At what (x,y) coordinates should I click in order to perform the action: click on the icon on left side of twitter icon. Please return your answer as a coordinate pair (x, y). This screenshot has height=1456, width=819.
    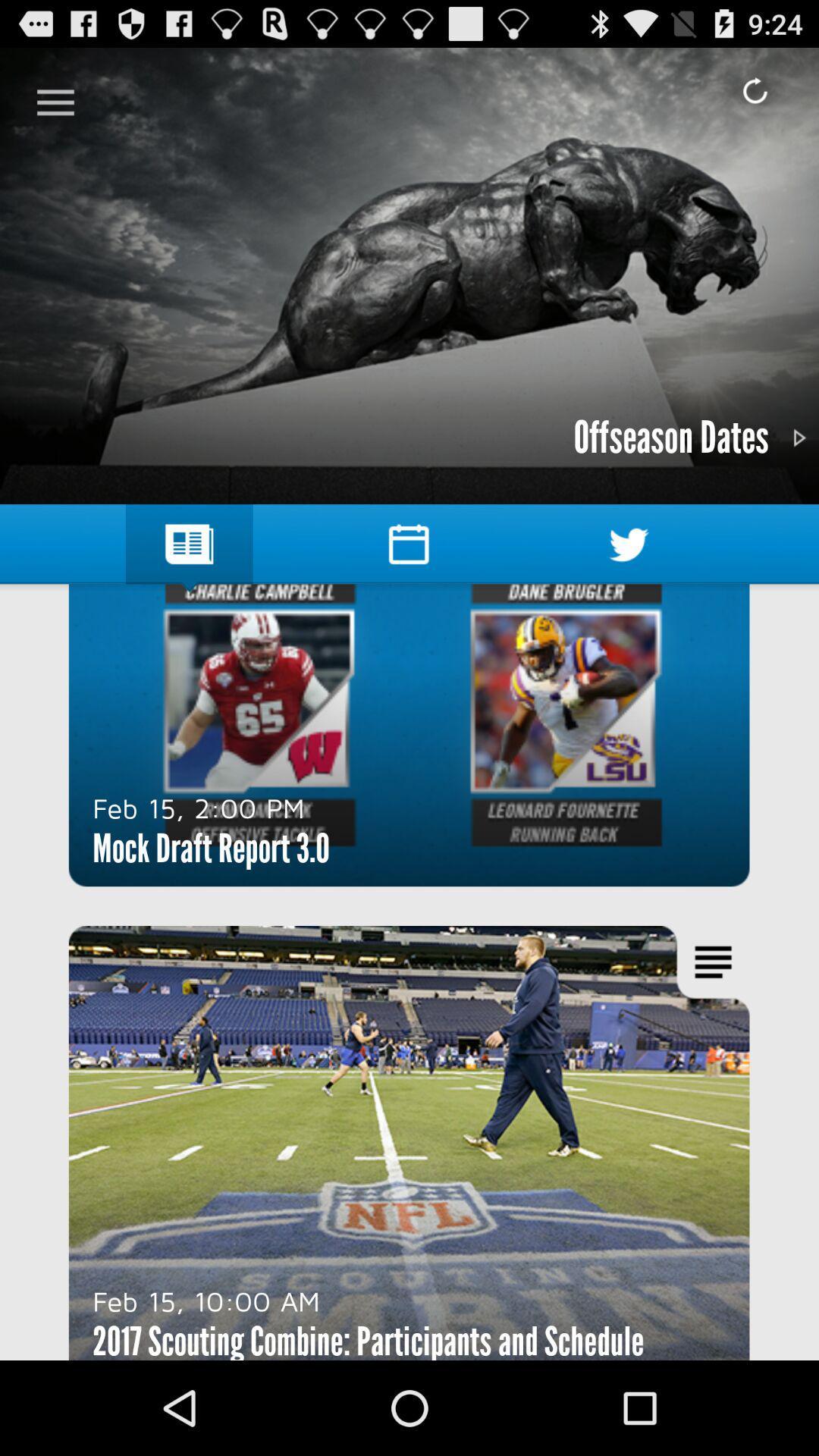
    Looking at the image, I should click on (408, 544).